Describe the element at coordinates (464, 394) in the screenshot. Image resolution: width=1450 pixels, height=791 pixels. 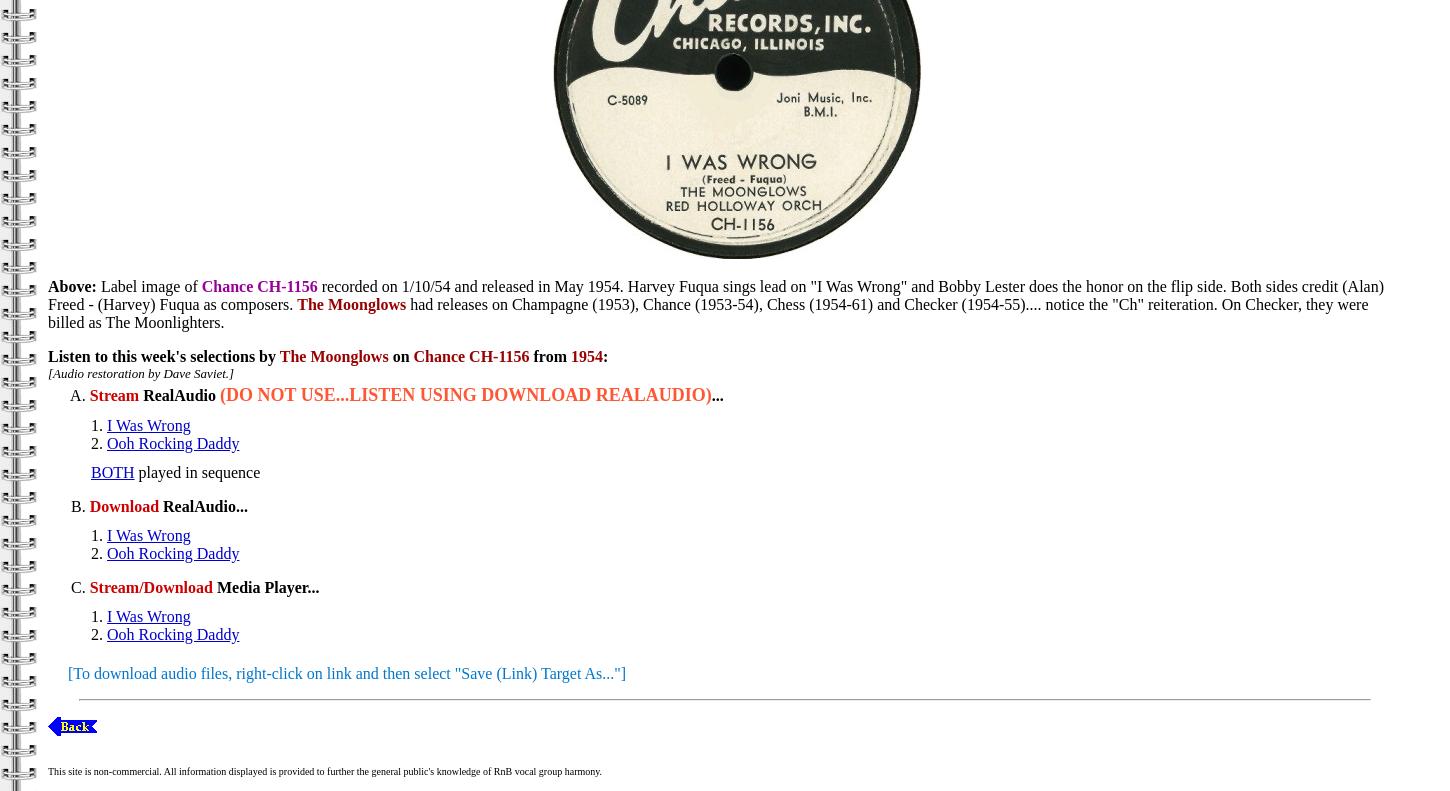
I see `'(DO NOT USE...LISTEN USING DOWNLOAD REALAUDIO)'` at that location.